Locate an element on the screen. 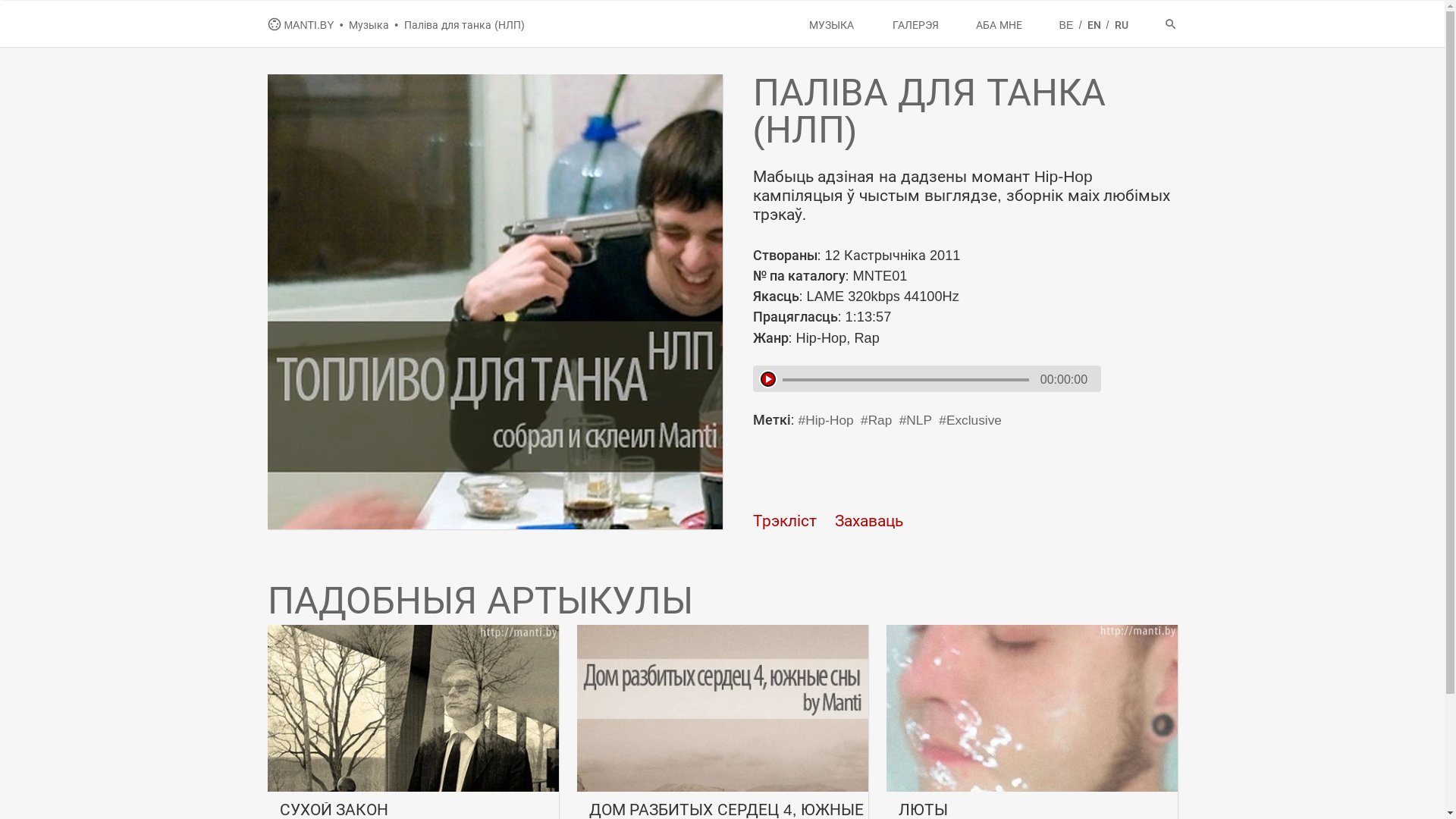 This screenshot has width=1456, height=819. 'settings_input_svideo MANTI.BY' is located at coordinates (302, 25).